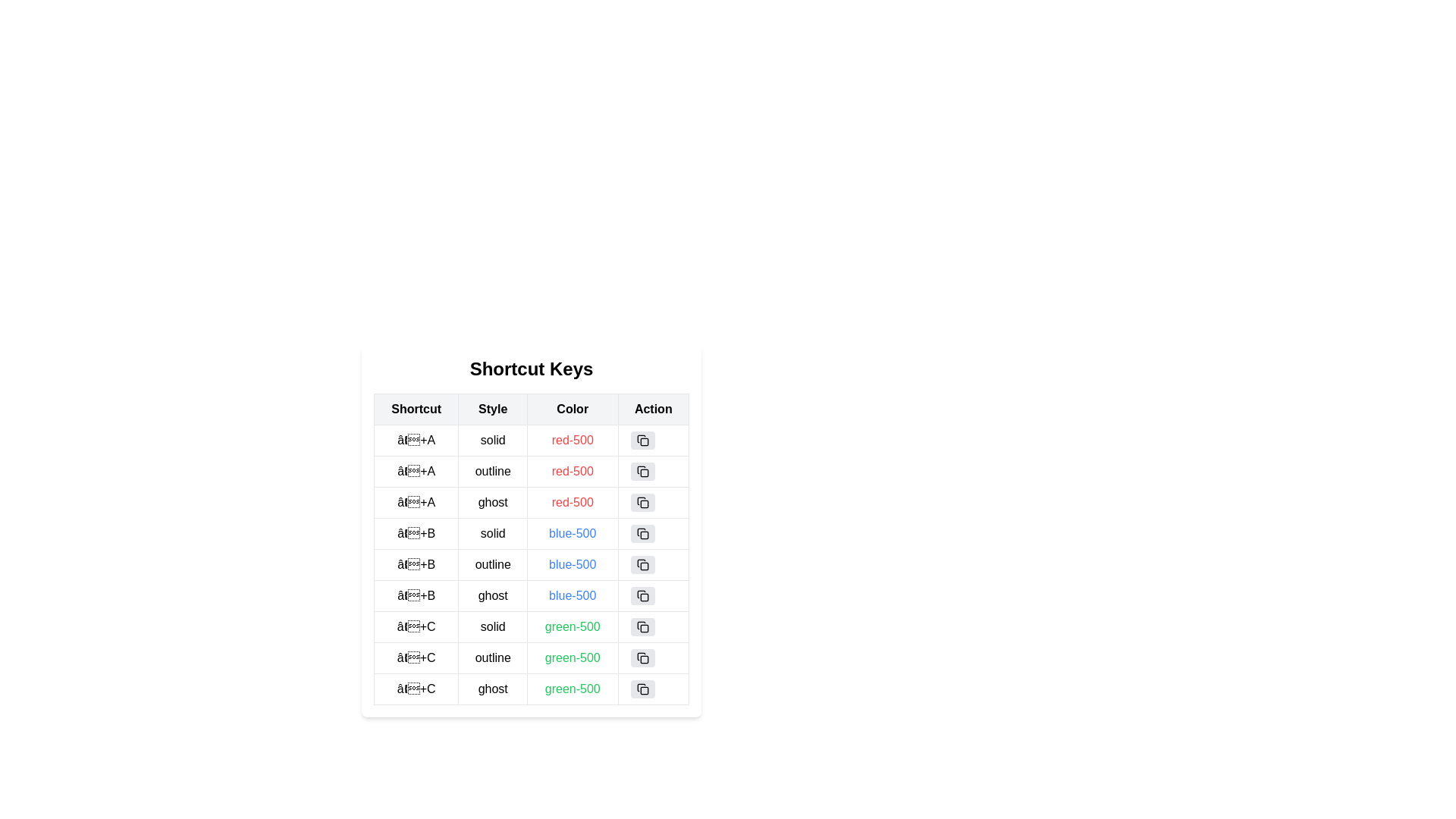  What do you see at coordinates (653, 657) in the screenshot?
I see `the interactive copy button located in the 'Action' column of the table, which is styled with an outline and colored green-500` at bounding box center [653, 657].